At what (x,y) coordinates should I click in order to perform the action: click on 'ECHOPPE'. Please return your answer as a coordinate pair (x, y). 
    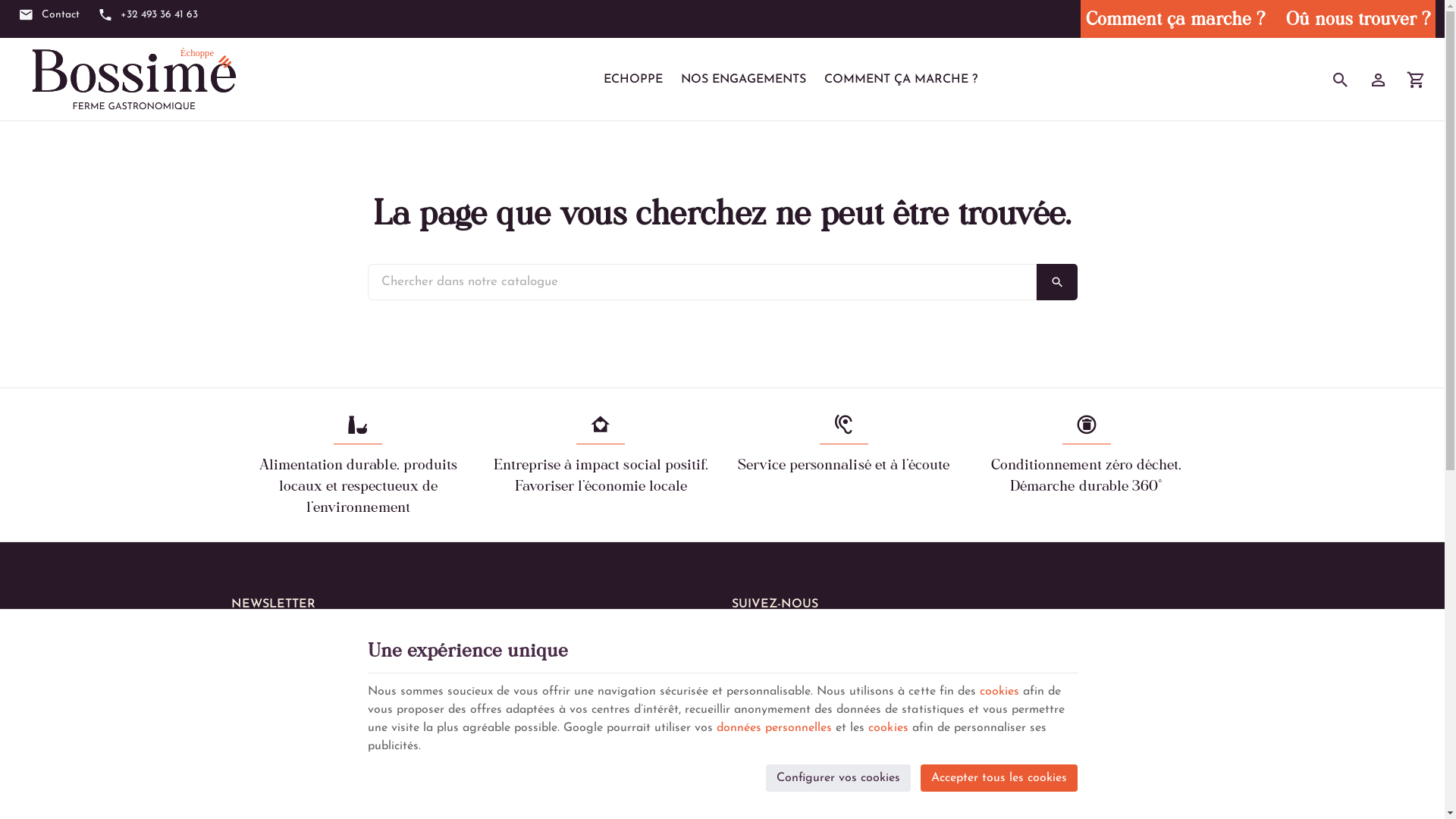
    Looking at the image, I should click on (593, 79).